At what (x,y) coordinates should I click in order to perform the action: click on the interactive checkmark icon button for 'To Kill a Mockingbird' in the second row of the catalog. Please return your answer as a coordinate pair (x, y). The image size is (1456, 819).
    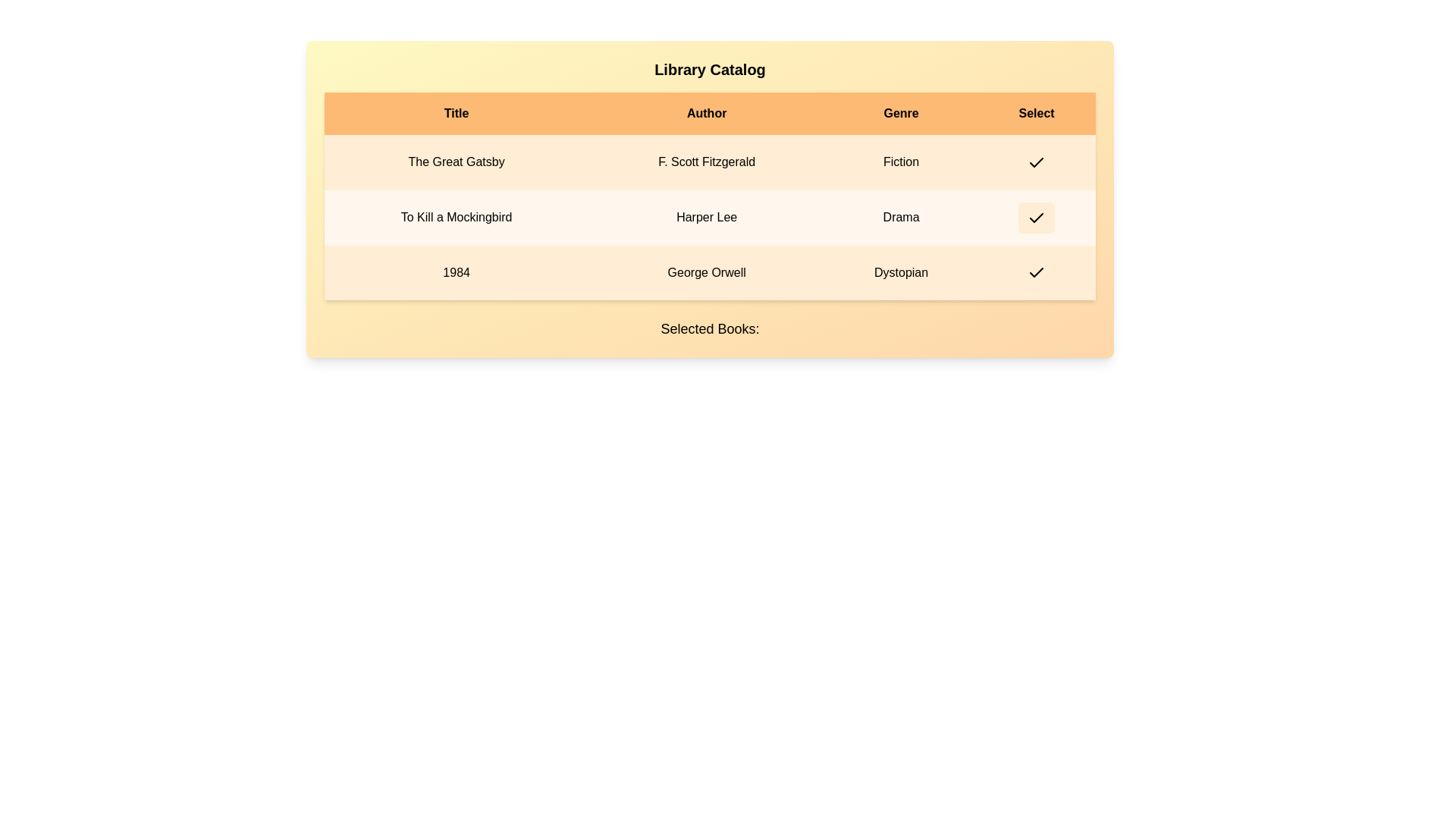
    Looking at the image, I should click on (1036, 218).